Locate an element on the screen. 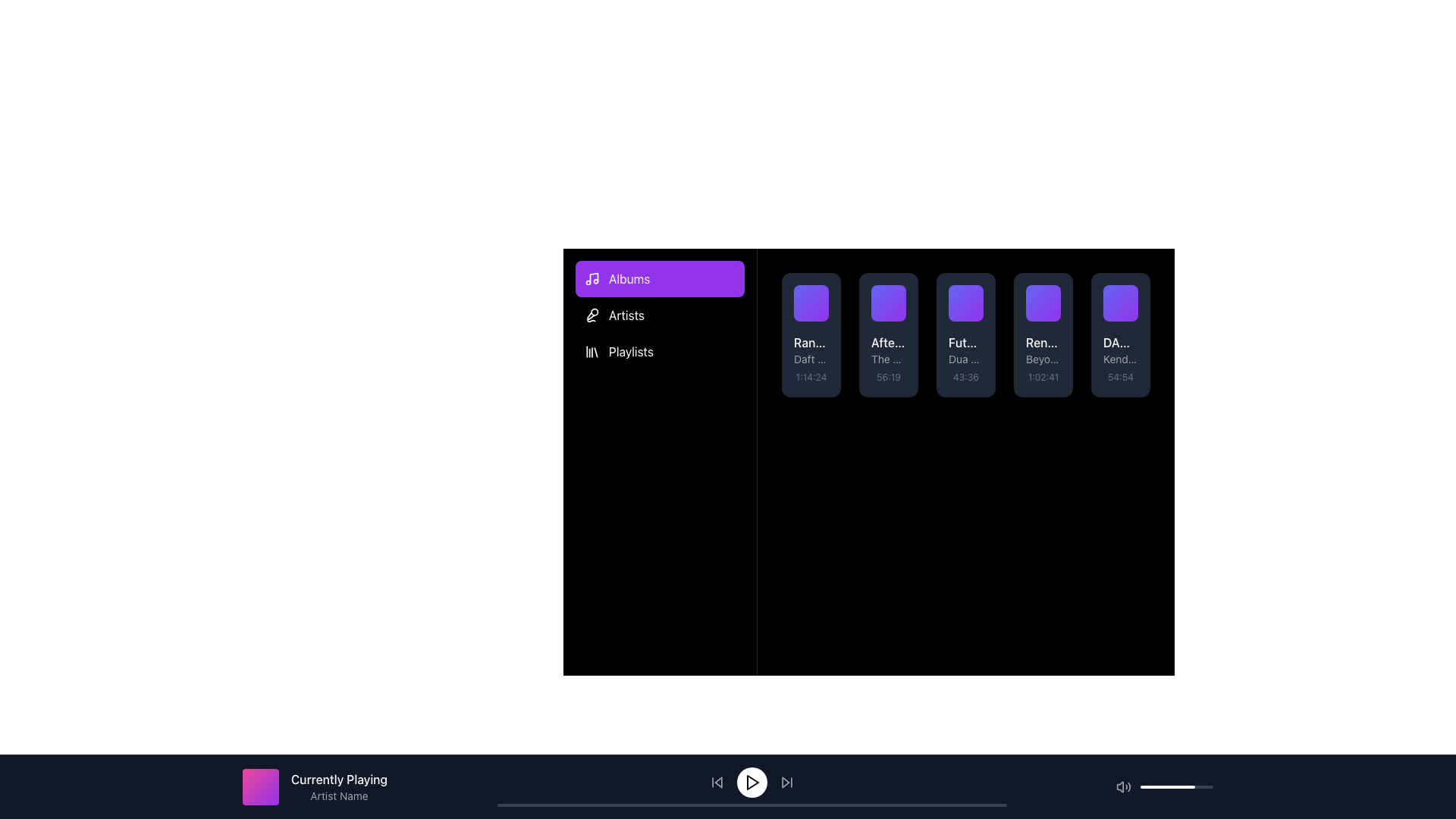 This screenshot has height=819, width=1456. the Text Label that indicates the current playback status, located in the bottom player section above 'Artist Name' and next to the album cover image is located at coordinates (338, 780).